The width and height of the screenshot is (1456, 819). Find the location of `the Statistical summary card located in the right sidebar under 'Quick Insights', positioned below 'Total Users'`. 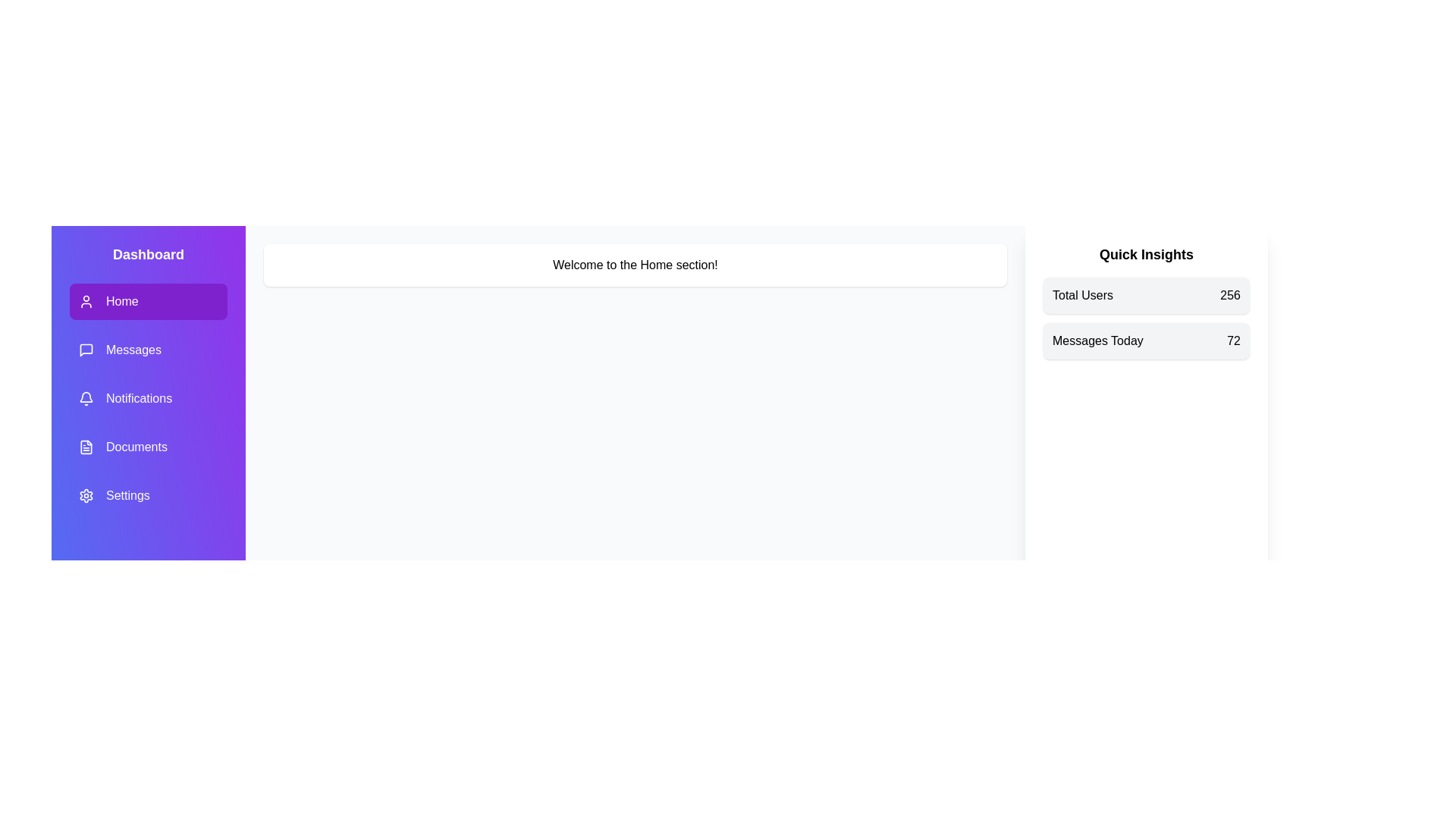

the Statistical summary card located in the right sidebar under 'Quick Insights', positioned below 'Total Users' is located at coordinates (1147, 341).